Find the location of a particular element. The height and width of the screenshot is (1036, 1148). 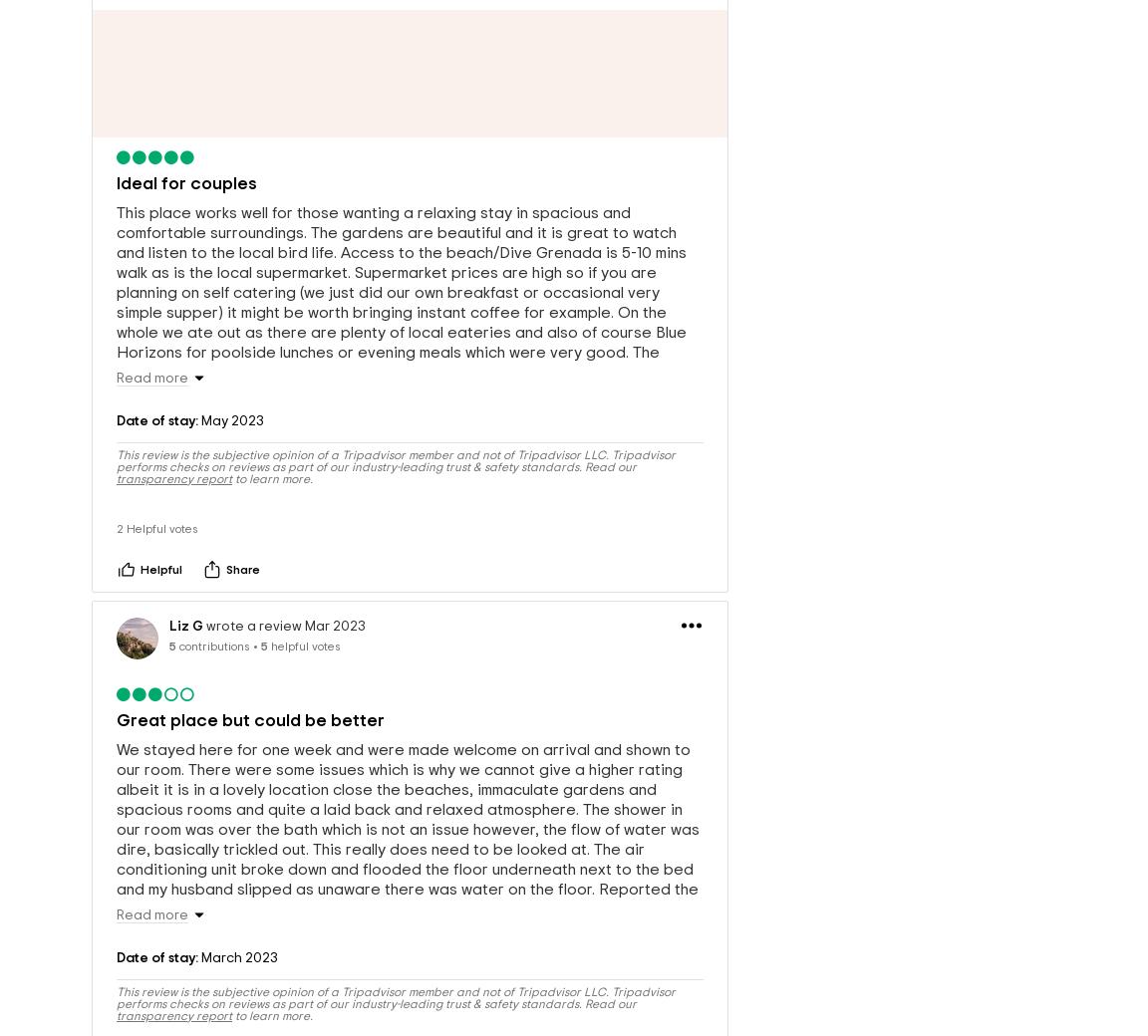

'We stayed here for one week and were made welcome on arrival and shown to our room.  There were some issues which is why we cannot give a higher rating albeit it is in a lovely location close the beaches, immaculate gardens and spacious rooms and quite a laid back and relaxed atmosphere.  The shower in our room was over the bath which is not an issue however, the flow of water was dire, basically trickled out.  This really does need to be looked at.  The air conditioning unit broke down and flooded the floor underneath next to the bed and my husband slipped as unaware there was water on the floor.  Reported the issue early morning and when we got back after being out all day it was still not sorted which resulted in us spending an inordinate amount of time to get sorted and' is located at coordinates (407, 854).